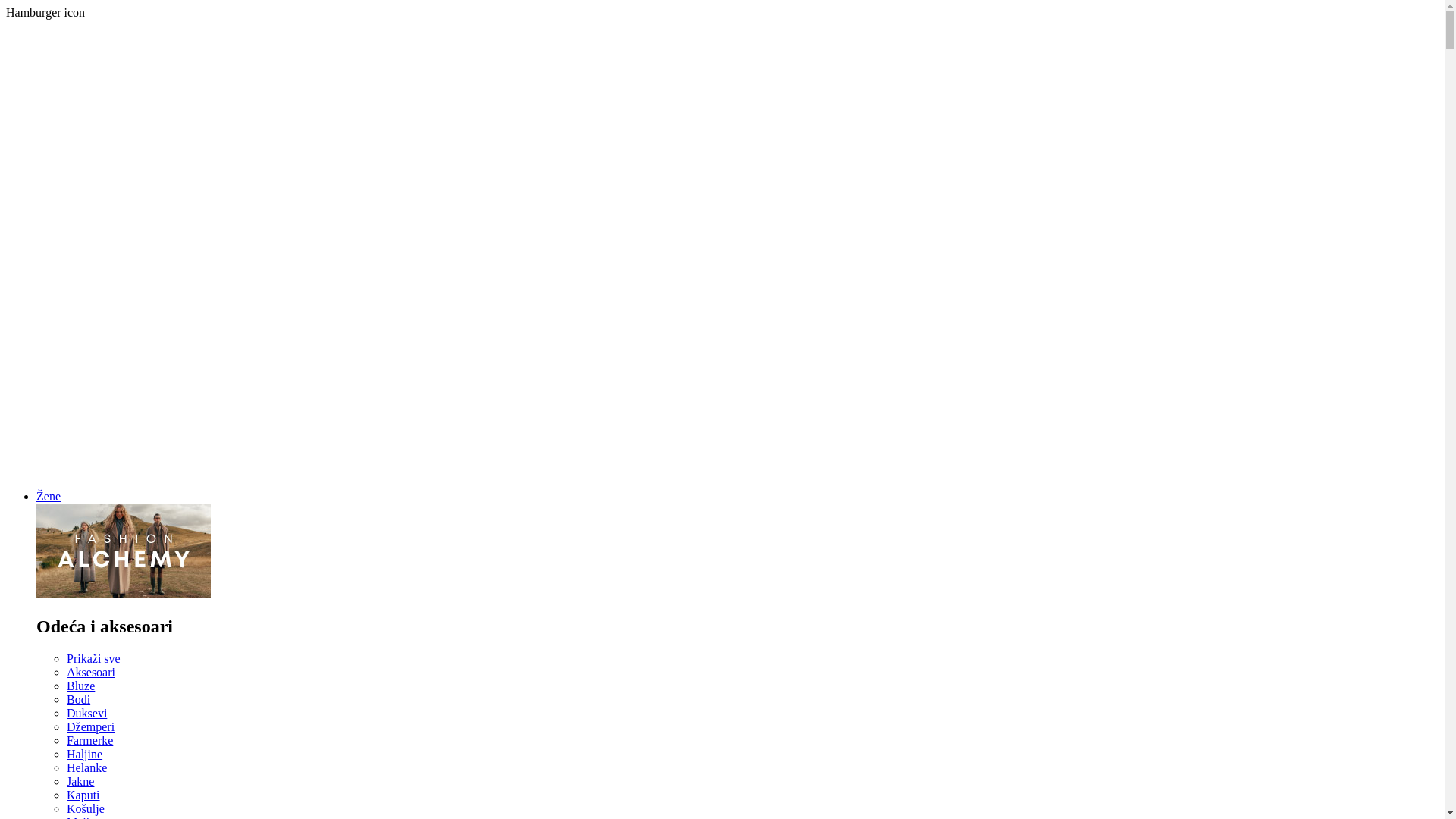  I want to click on 'Bluze', so click(80, 686).